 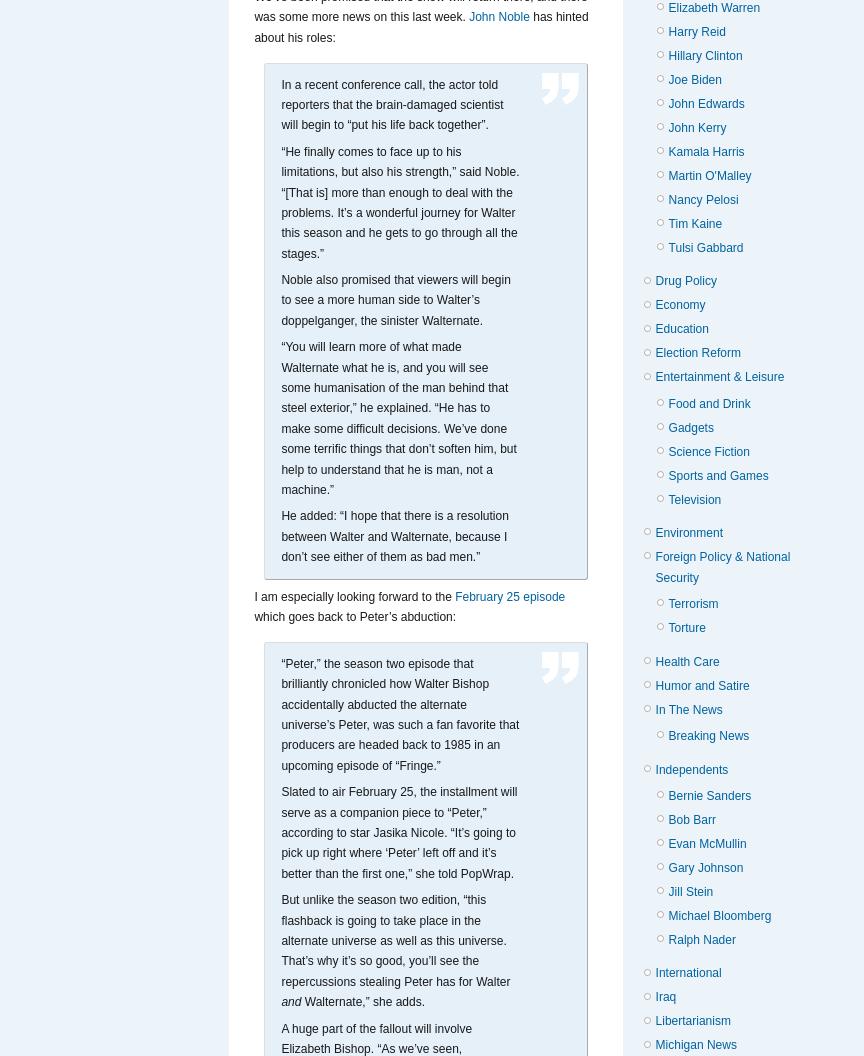 What do you see at coordinates (685, 281) in the screenshot?
I see `'Drug Policy'` at bounding box center [685, 281].